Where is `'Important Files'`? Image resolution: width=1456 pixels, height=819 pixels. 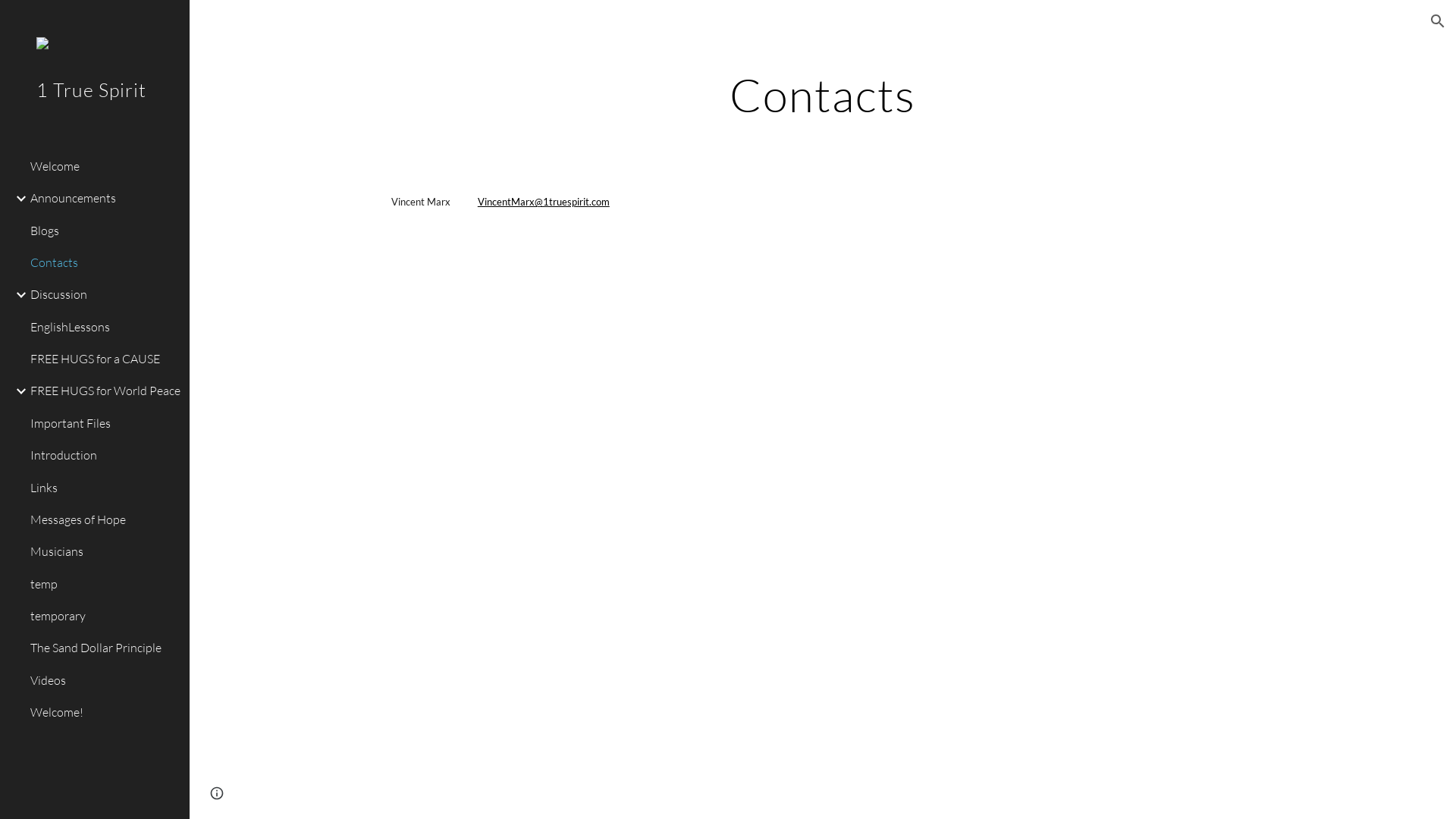 'Important Files' is located at coordinates (103, 423).